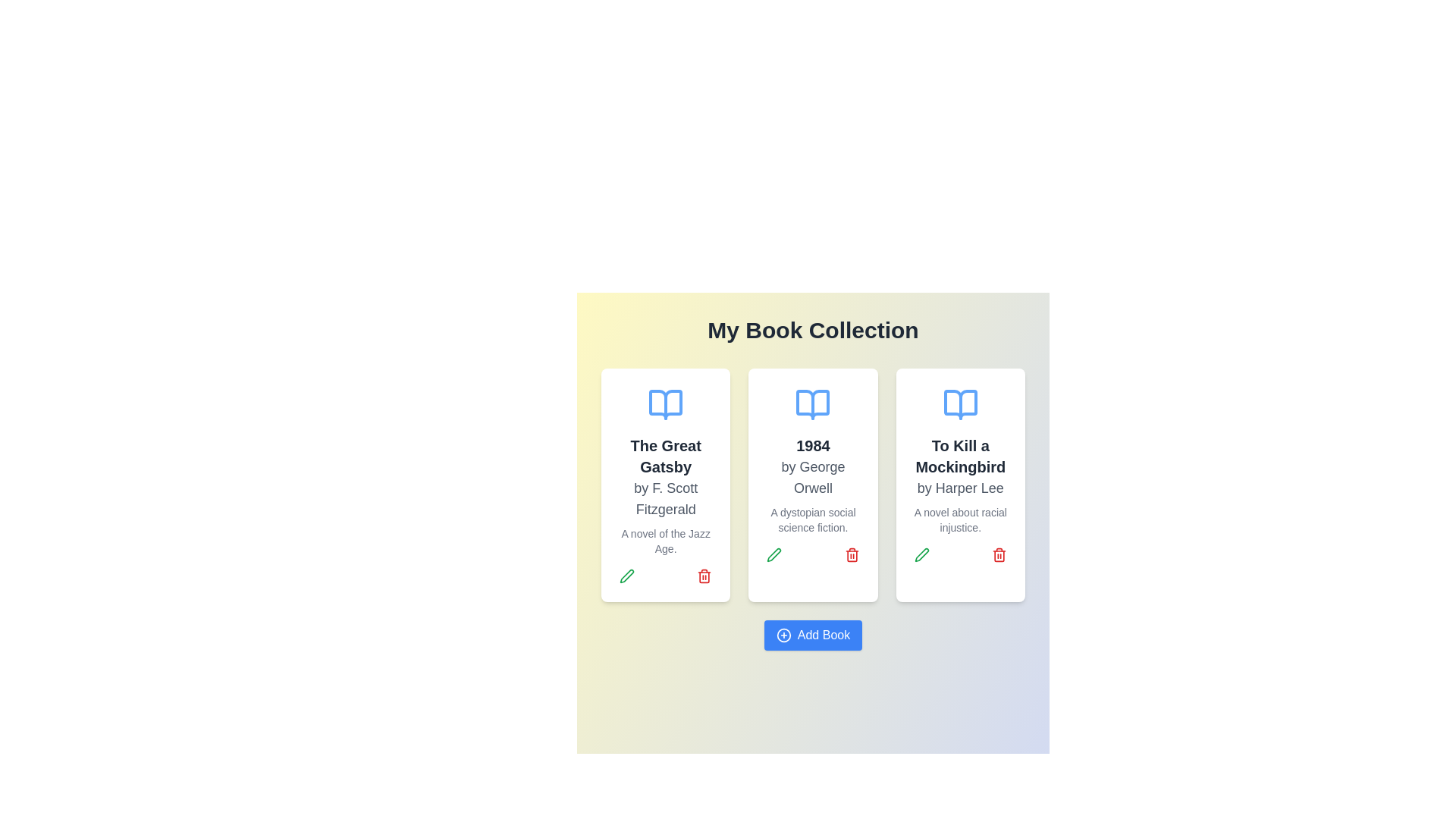 This screenshot has width=1456, height=819. Describe the element at coordinates (704, 576) in the screenshot. I see `the delete button located to the right of the green edit pencil icon at the bottom of the card for 'The Great Gatsby' book` at that location.